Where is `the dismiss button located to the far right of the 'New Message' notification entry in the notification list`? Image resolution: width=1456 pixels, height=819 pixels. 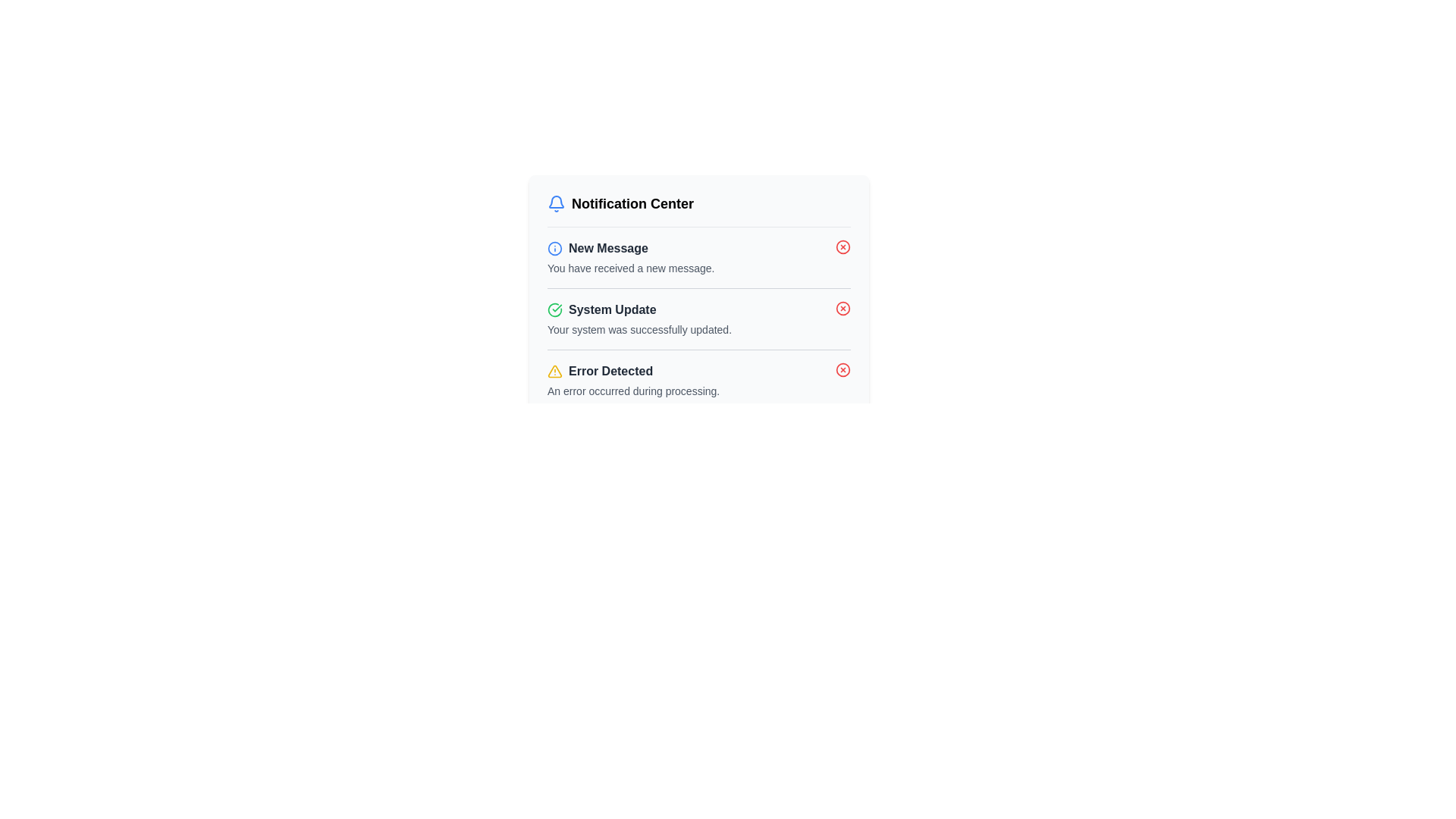 the dismiss button located to the far right of the 'New Message' notification entry in the notification list is located at coordinates (843, 246).